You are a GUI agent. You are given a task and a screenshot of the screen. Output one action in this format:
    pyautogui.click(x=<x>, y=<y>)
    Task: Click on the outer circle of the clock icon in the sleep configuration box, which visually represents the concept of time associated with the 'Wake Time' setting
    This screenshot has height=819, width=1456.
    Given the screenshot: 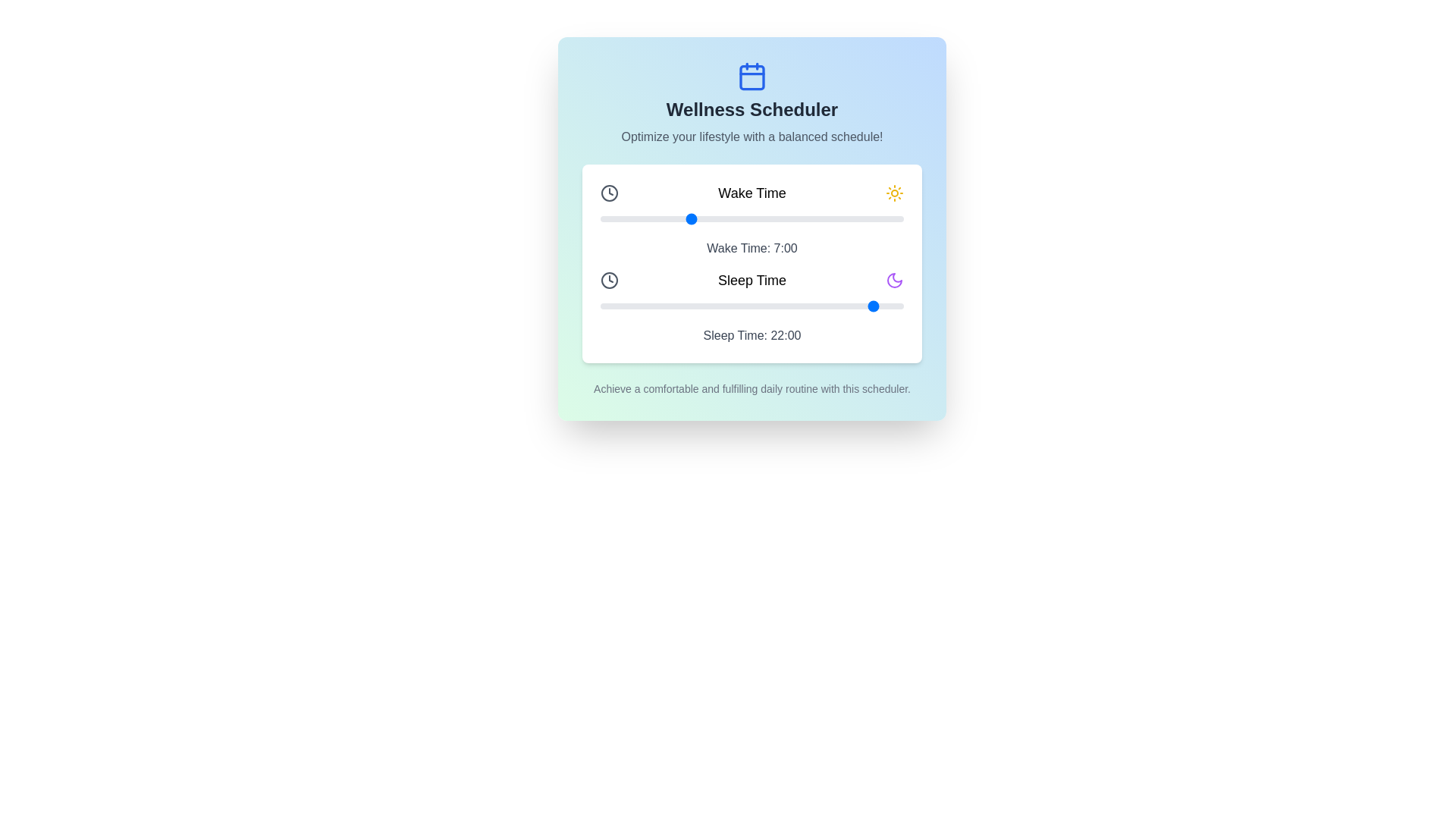 What is the action you would take?
    pyautogui.click(x=610, y=281)
    